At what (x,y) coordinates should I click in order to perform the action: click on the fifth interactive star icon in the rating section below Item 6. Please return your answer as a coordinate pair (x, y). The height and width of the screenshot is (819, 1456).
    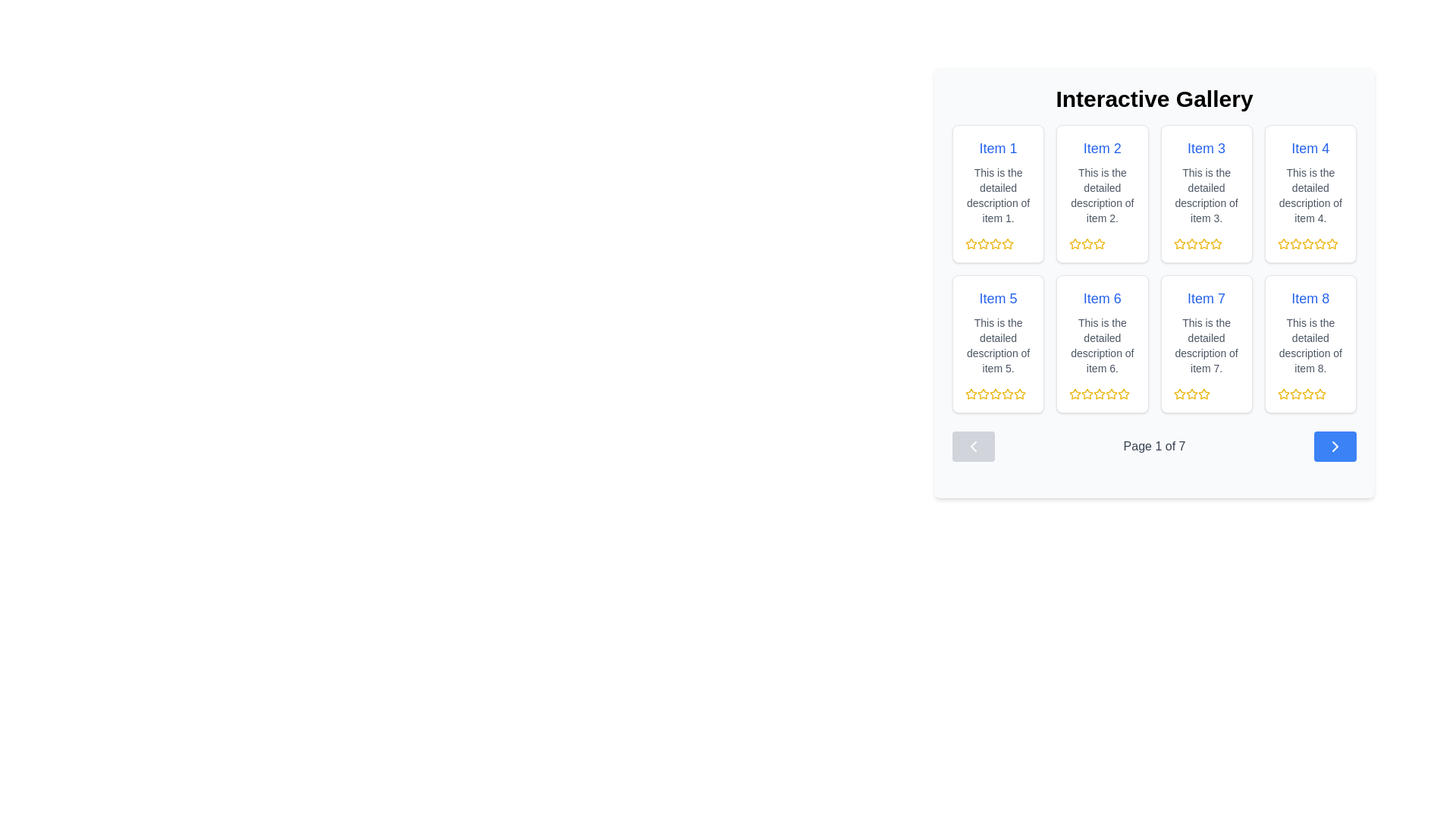
    Looking at the image, I should click on (1112, 394).